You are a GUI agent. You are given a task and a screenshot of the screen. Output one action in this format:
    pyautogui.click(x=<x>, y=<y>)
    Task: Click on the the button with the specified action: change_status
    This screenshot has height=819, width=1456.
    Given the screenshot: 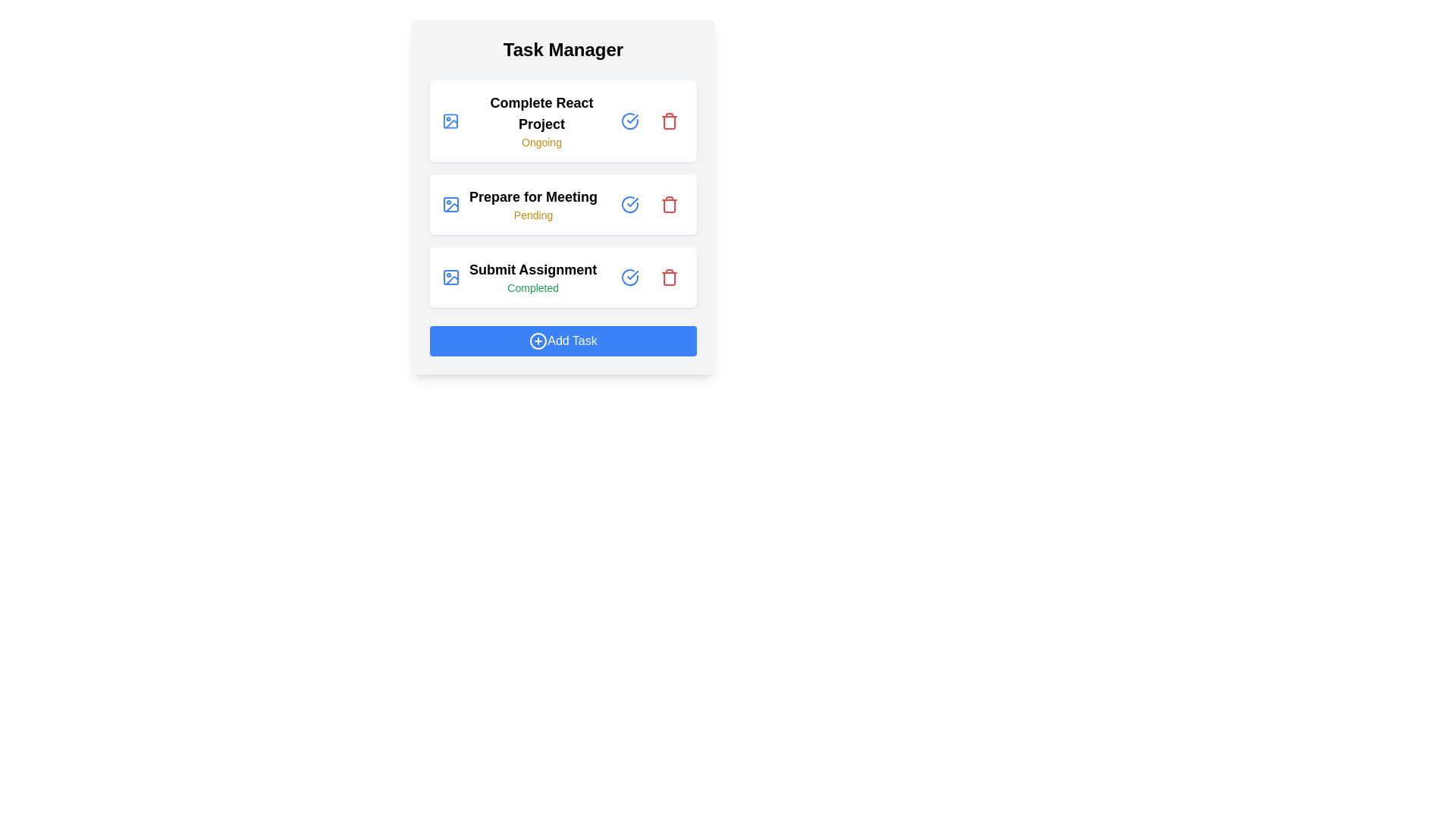 What is the action you would take?
    pyautogui.click(x=629, y=120)
    